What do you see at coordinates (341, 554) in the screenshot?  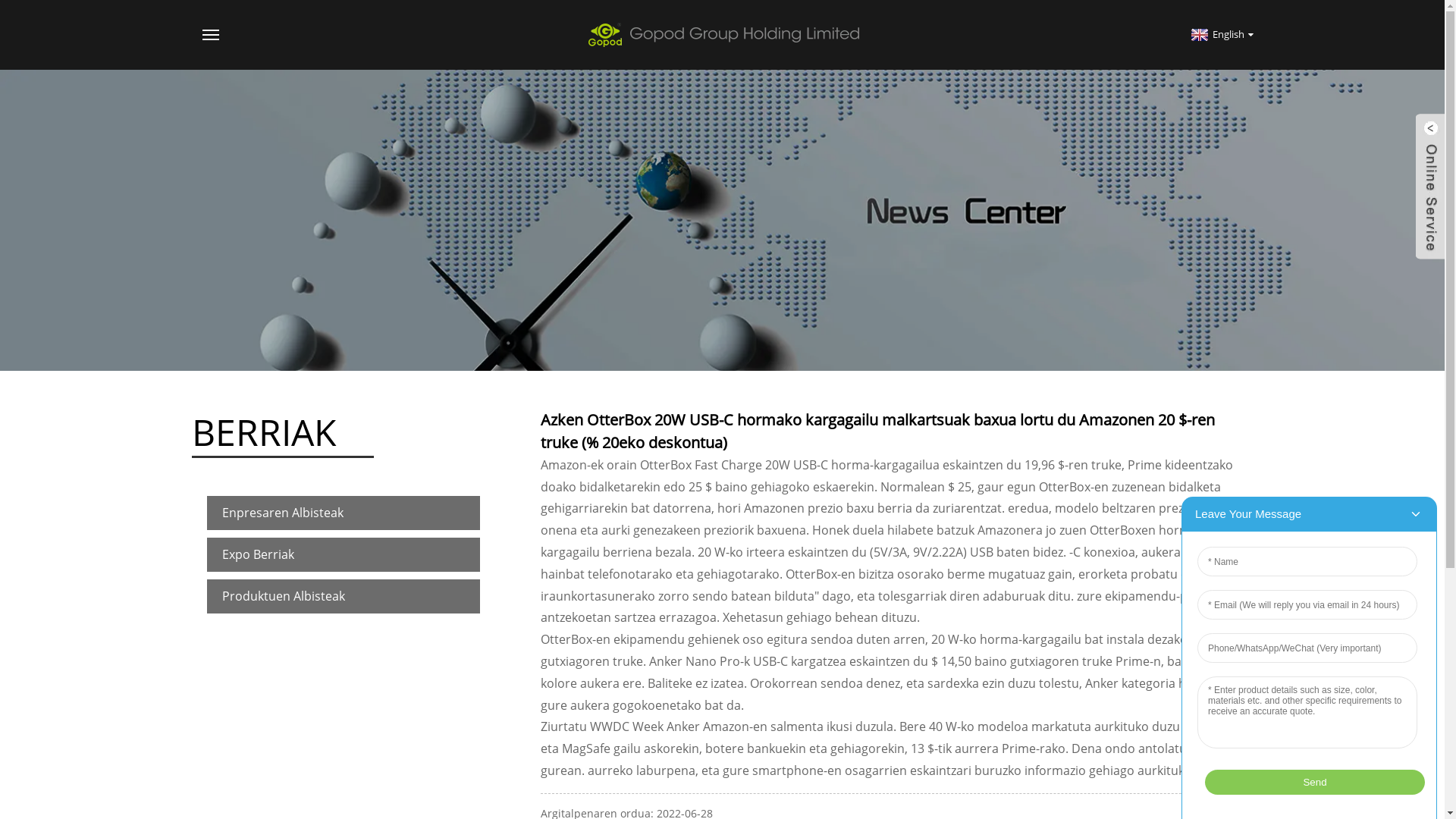 I see `'Expo Berriak'` at bounding box center [341, 554].